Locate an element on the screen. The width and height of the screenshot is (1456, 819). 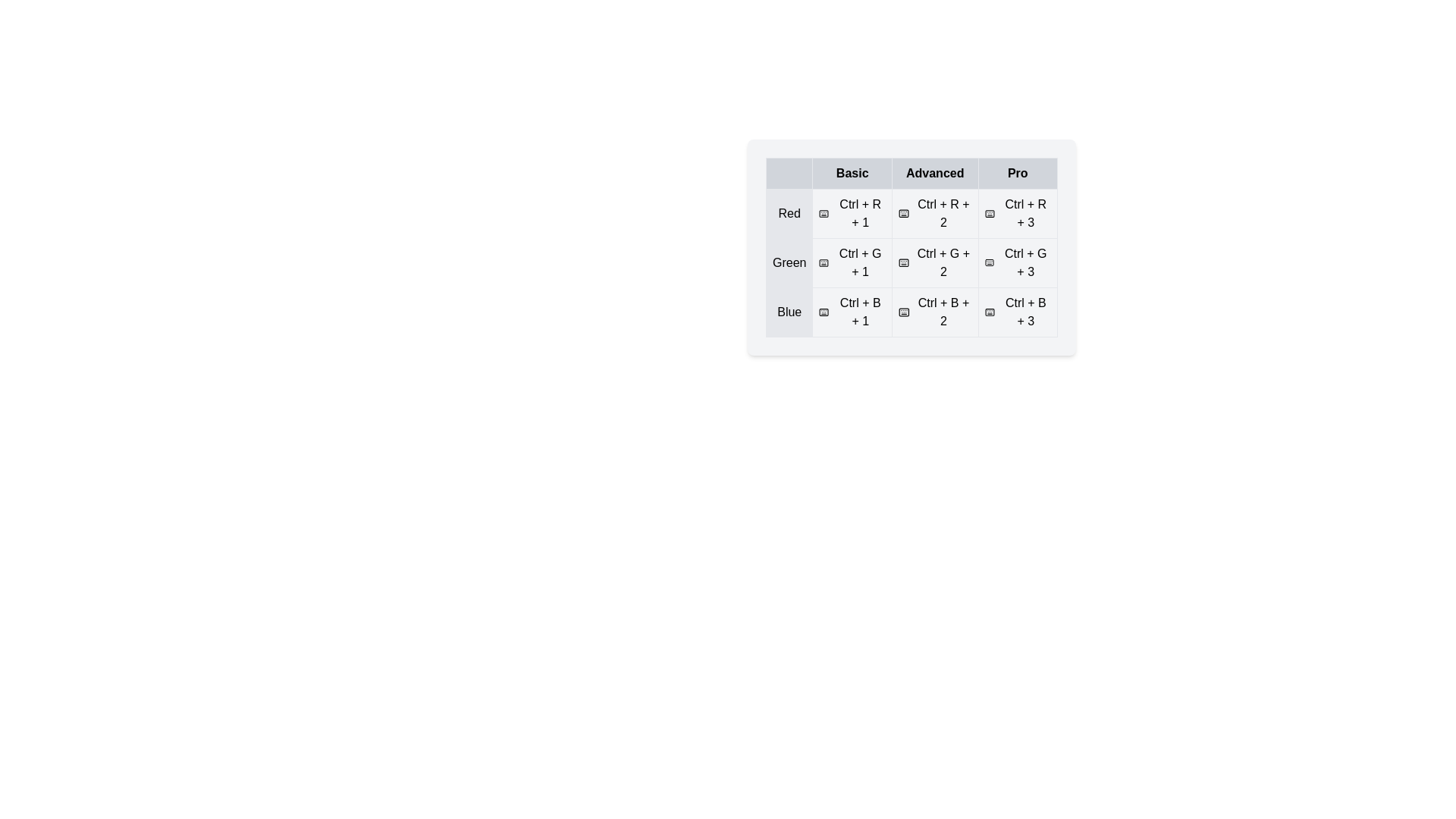
the Informative Button located in the 'Pro' column, second row labeled 'Green', which indicates the keyboard shortcut 'Ctrl + G + 3' is located at coordinates (1018, 262).